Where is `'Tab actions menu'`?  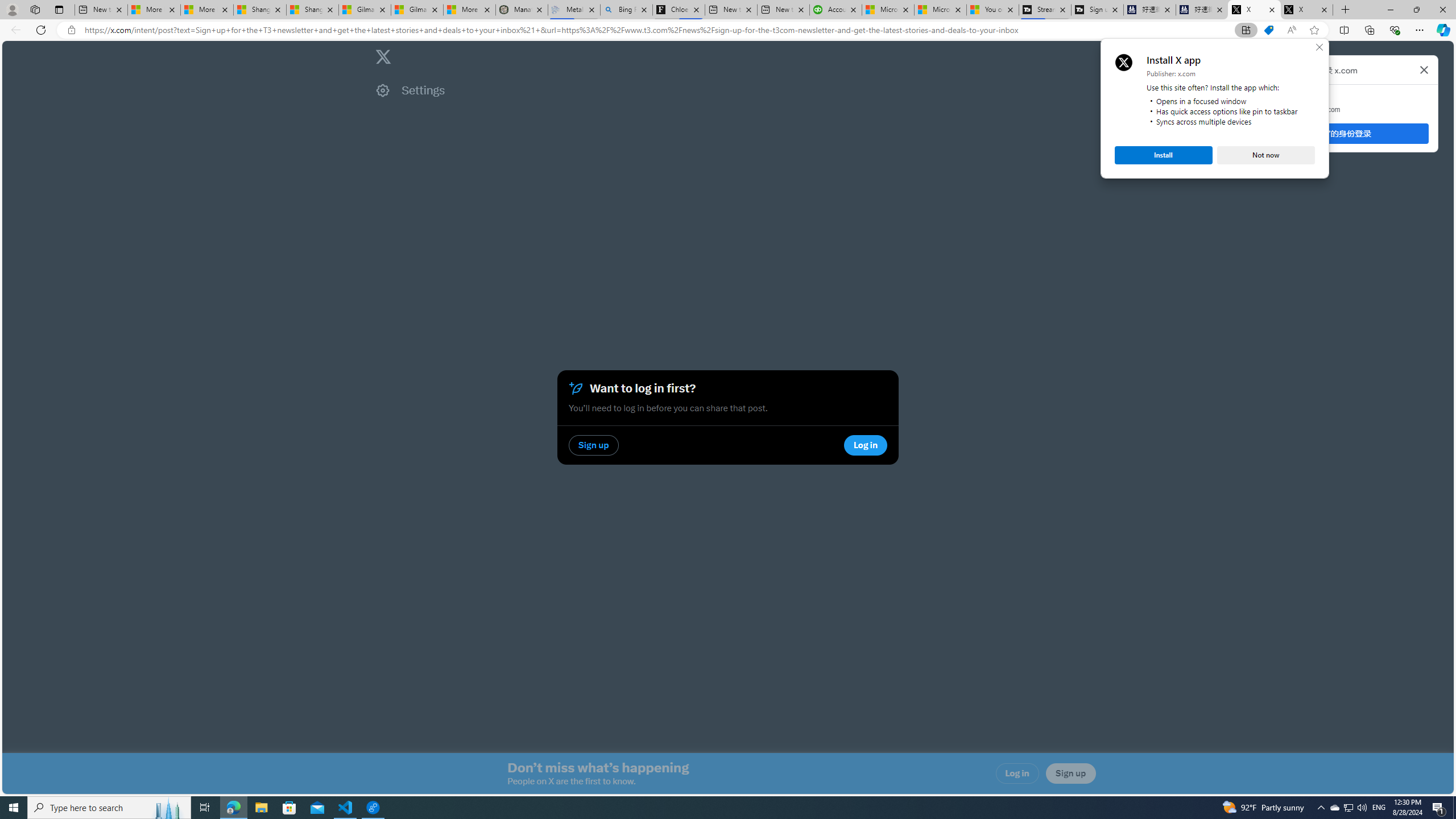
'Tab actions menu' is located at coordinates (58, 9).